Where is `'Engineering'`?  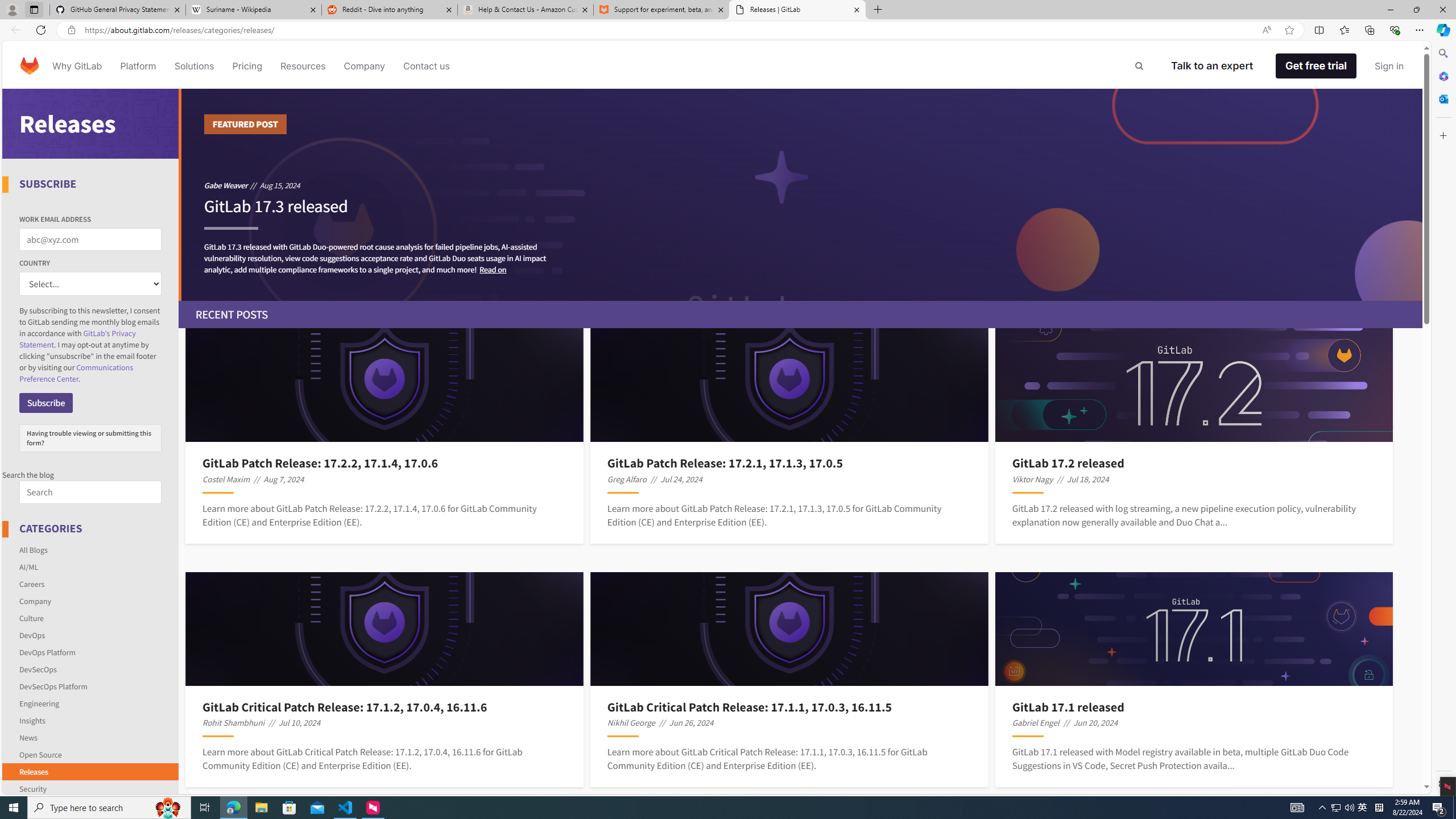 'Engineering' is located at coordinates (39, 703).